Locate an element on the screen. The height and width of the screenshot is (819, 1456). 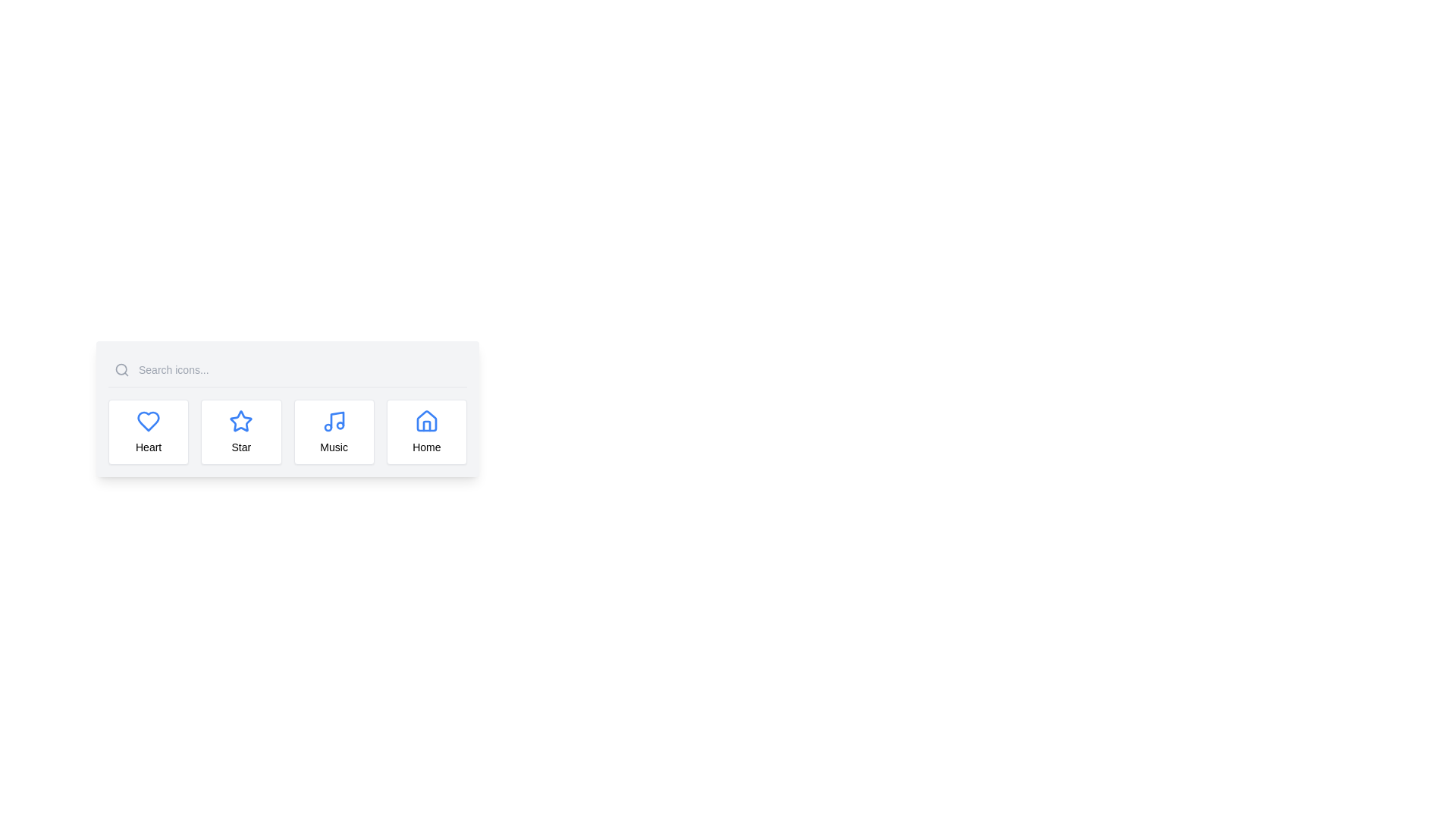
the door portion of the house icon, which is the fourth element in the bottom menu row, to emphasize its recognizability is located at coordinates (425, 426).